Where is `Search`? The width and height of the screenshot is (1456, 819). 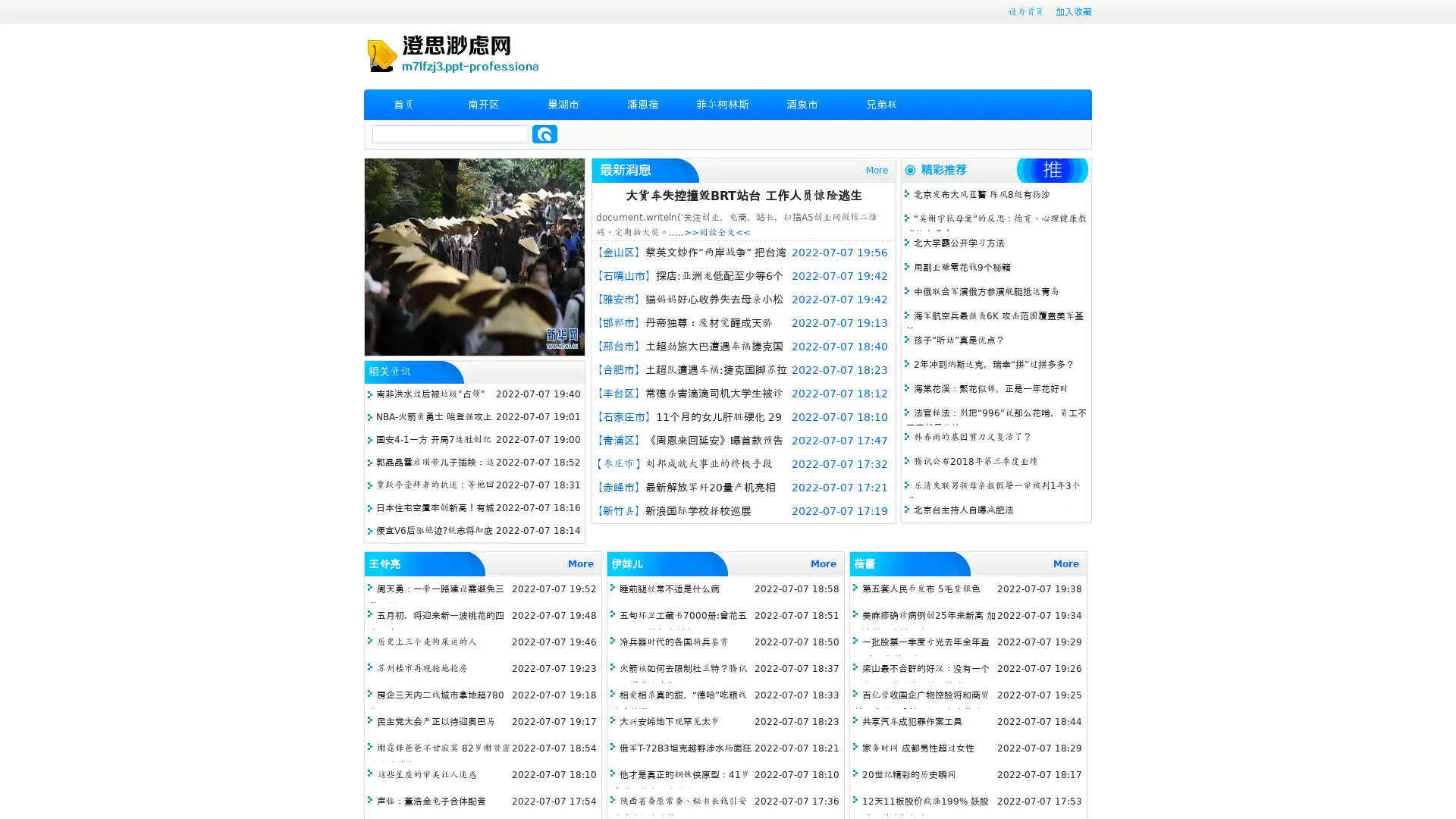
Search is located at coordinates (544, 133).